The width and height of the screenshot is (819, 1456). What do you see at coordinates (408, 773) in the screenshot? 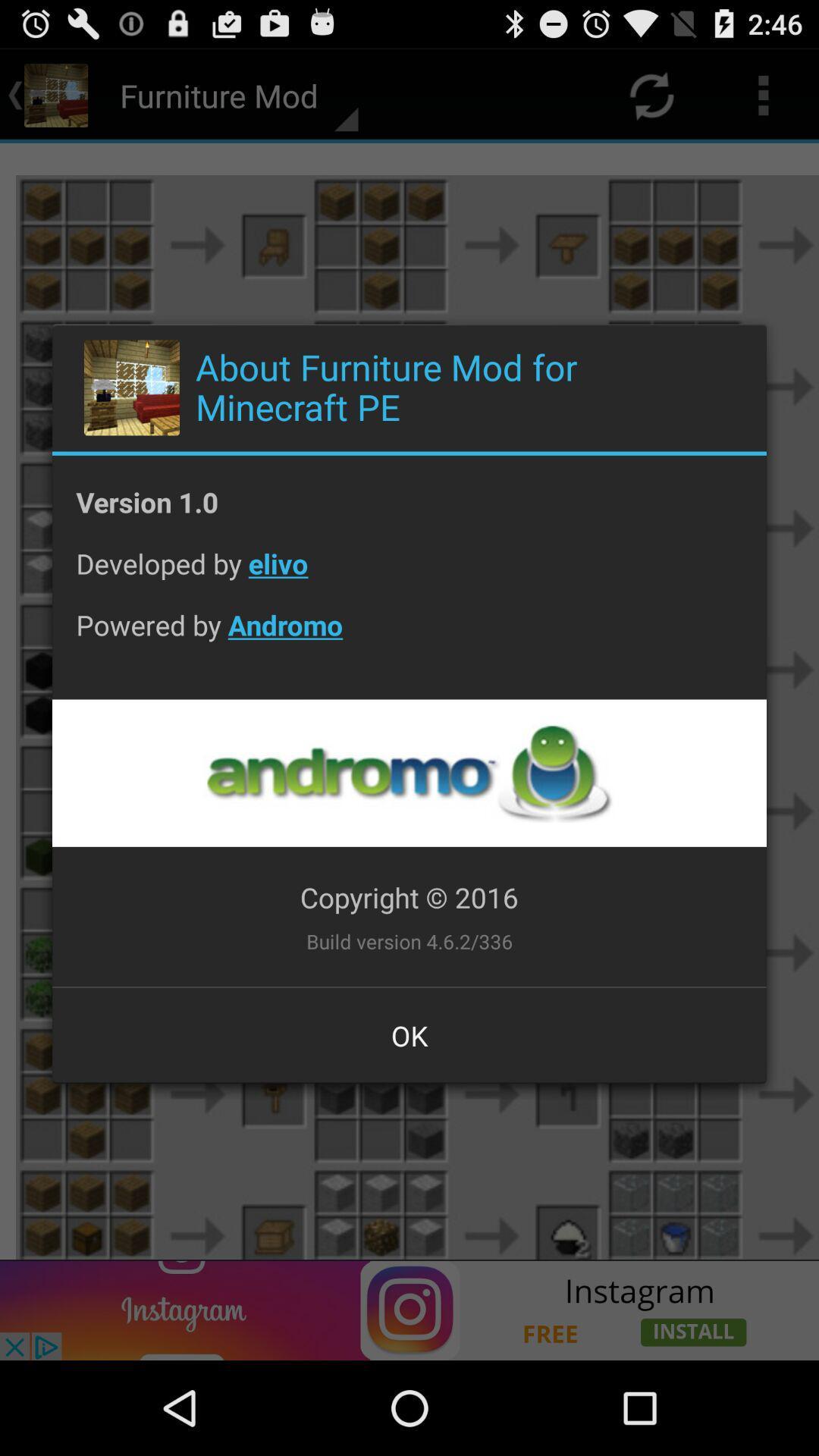
I see `the app below powered by andromo app` at bounding box center [408, 773].